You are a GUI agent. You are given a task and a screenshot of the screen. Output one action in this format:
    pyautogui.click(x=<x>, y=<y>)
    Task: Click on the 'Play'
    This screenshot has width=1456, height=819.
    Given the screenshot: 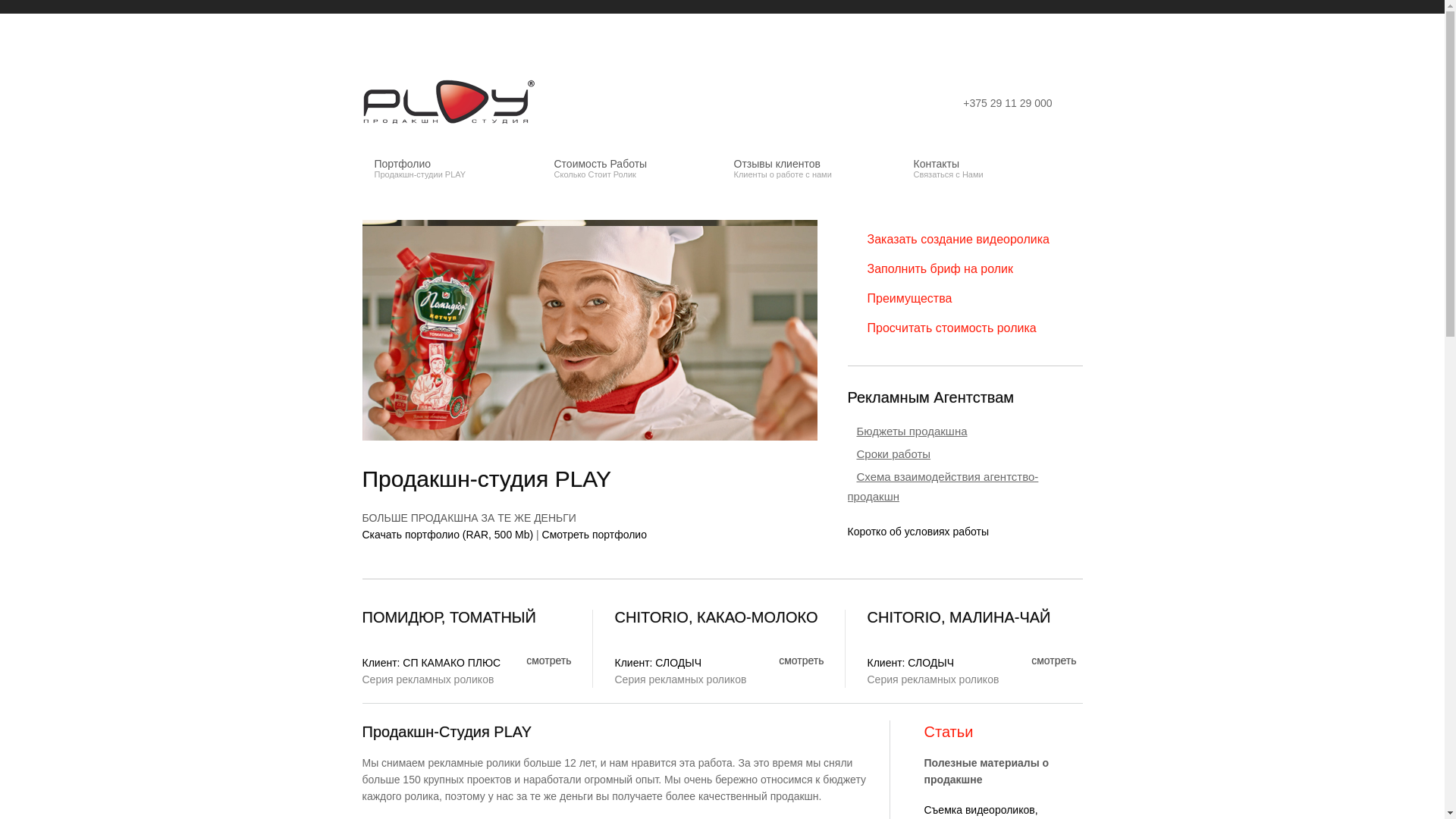 What is the action you would take?
    pyautogui.click(x=450, y=102)
    